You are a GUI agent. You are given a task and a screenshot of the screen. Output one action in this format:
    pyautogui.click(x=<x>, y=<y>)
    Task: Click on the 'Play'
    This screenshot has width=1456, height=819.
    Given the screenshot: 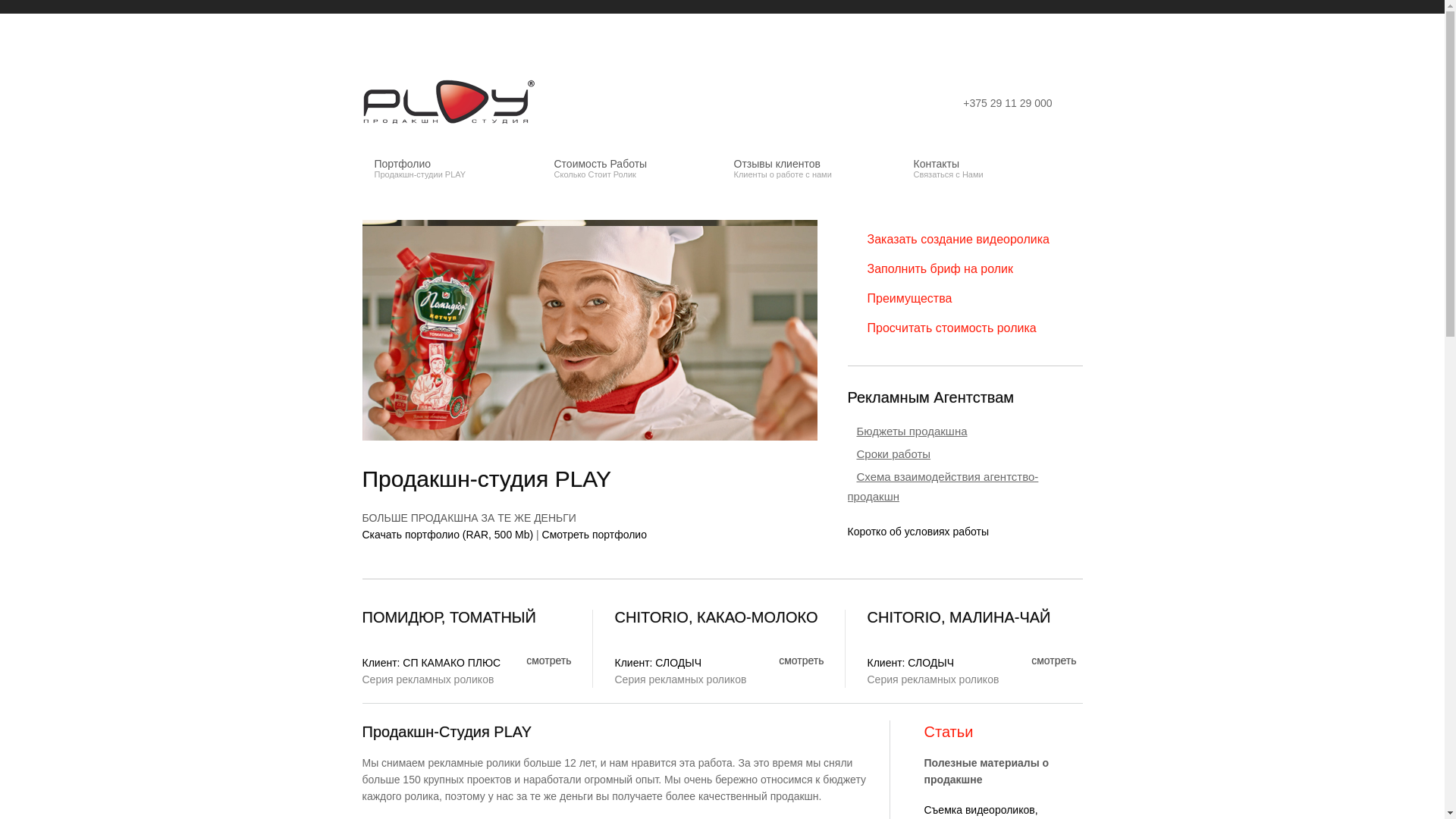 What is the action you would take?
    pyautogui.click(x=450, y=102)
    